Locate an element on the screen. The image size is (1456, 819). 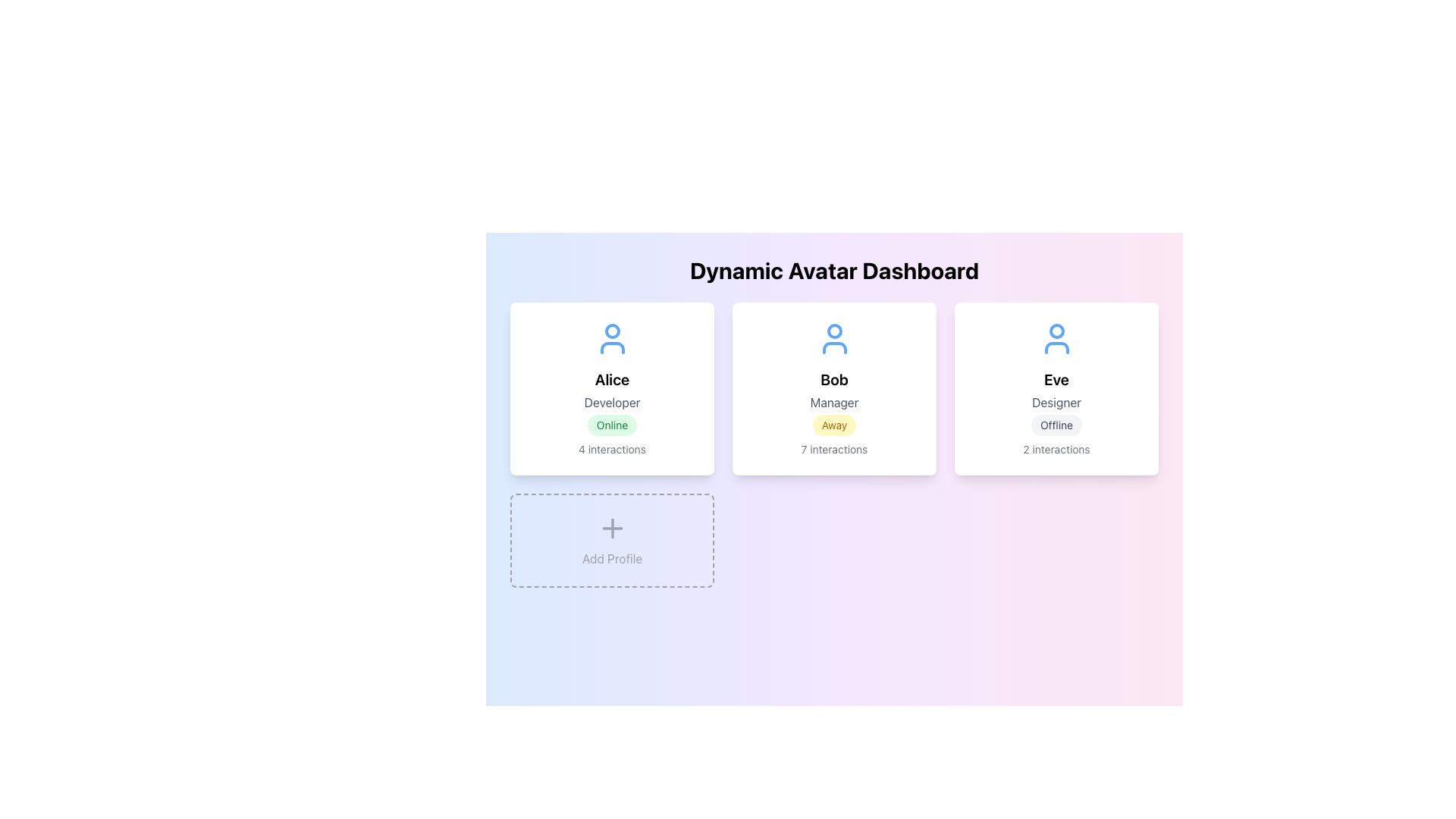
the static text label displaying 'Manager', which is gray and smaller than the surrounding text, located below 'Bob' and above the 'Away' status indicator is located at coordinates (833, 402).